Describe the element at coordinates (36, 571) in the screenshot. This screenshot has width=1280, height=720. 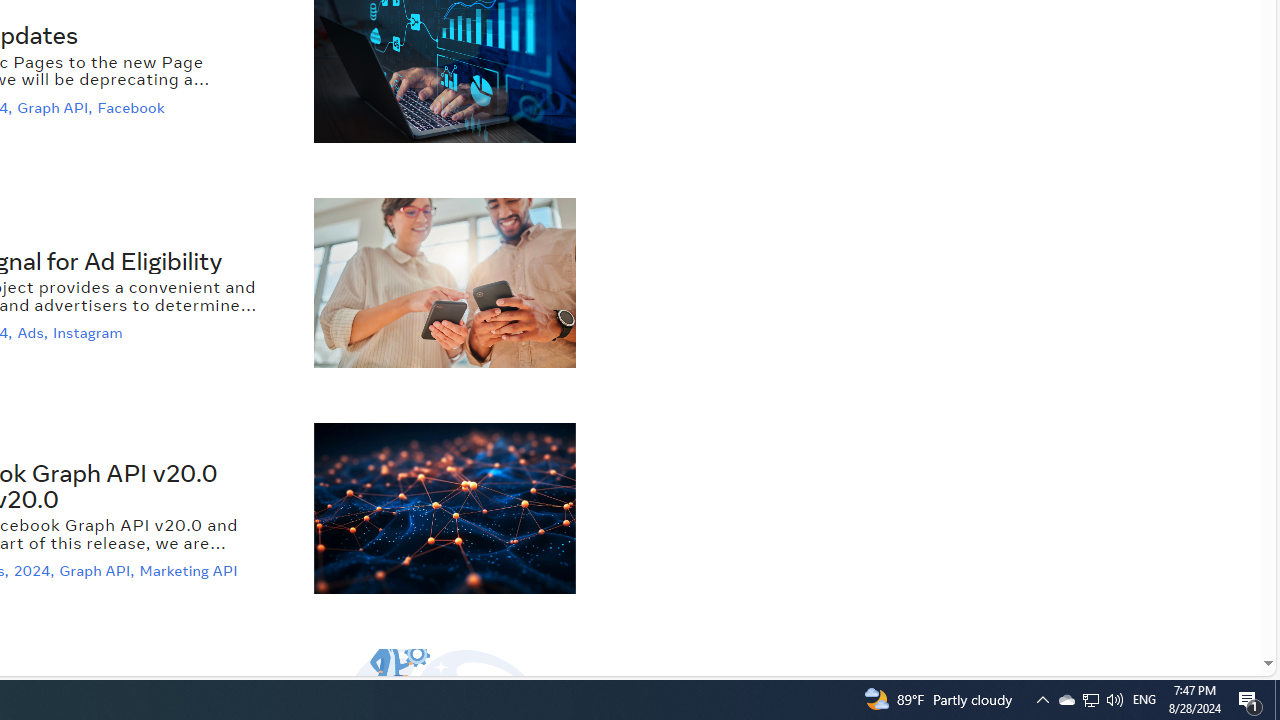
I see `'2024,'` at that location.